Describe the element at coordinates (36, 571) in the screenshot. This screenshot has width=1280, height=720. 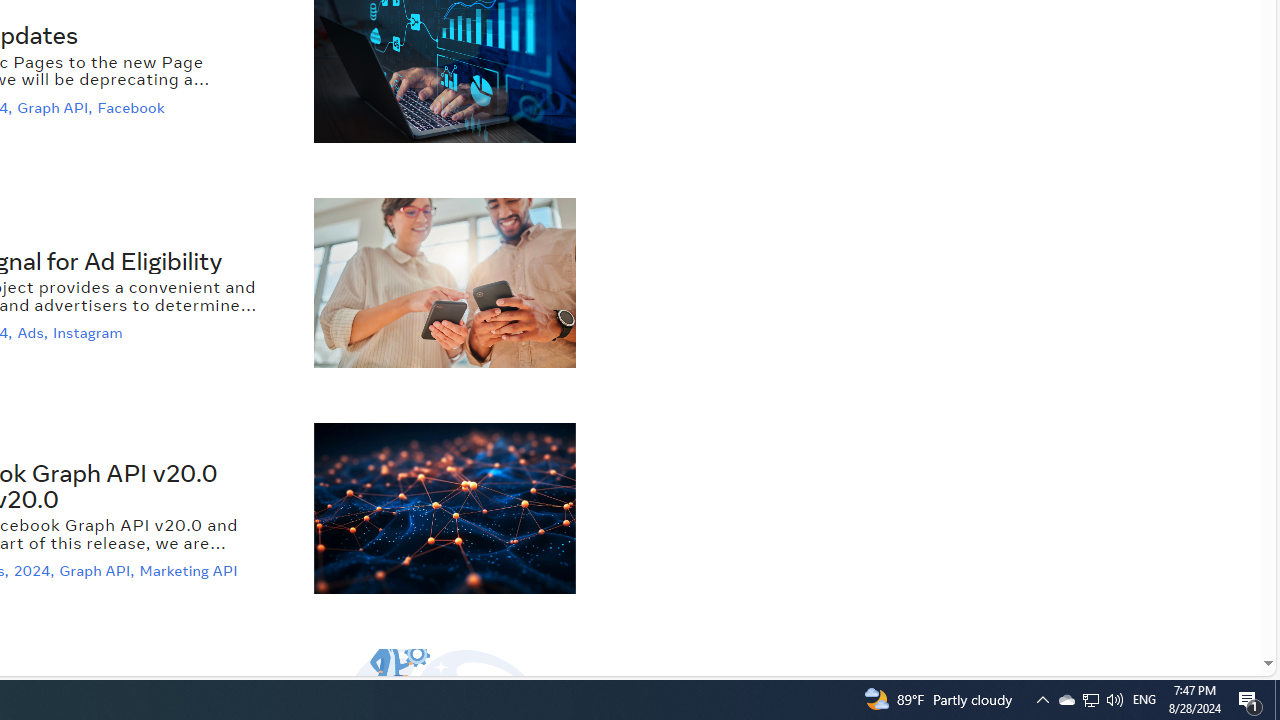
I see `'2024,'` at that location.